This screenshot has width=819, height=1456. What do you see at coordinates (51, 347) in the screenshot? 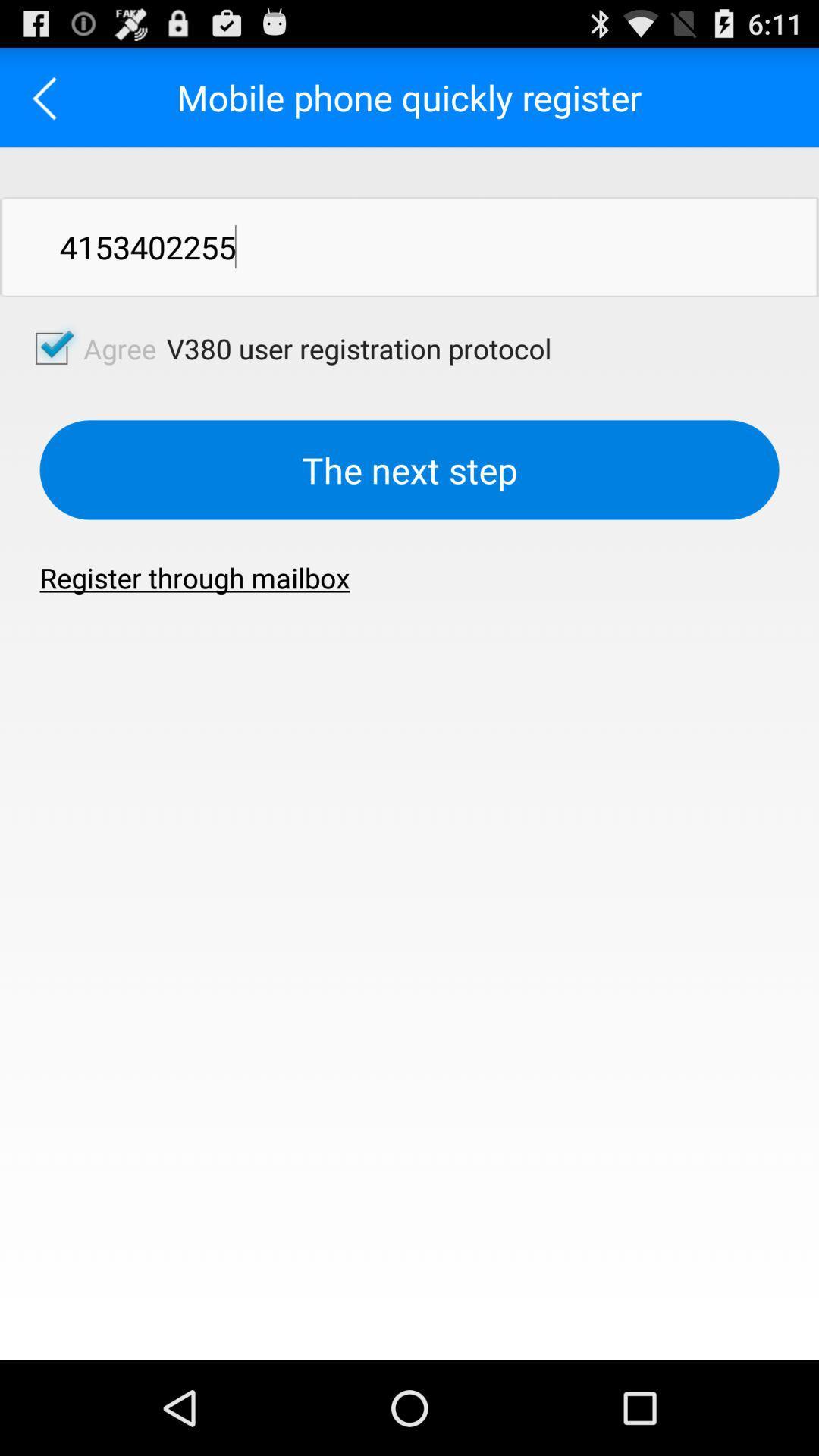
I see `agree` at bounding box center [51, 347].